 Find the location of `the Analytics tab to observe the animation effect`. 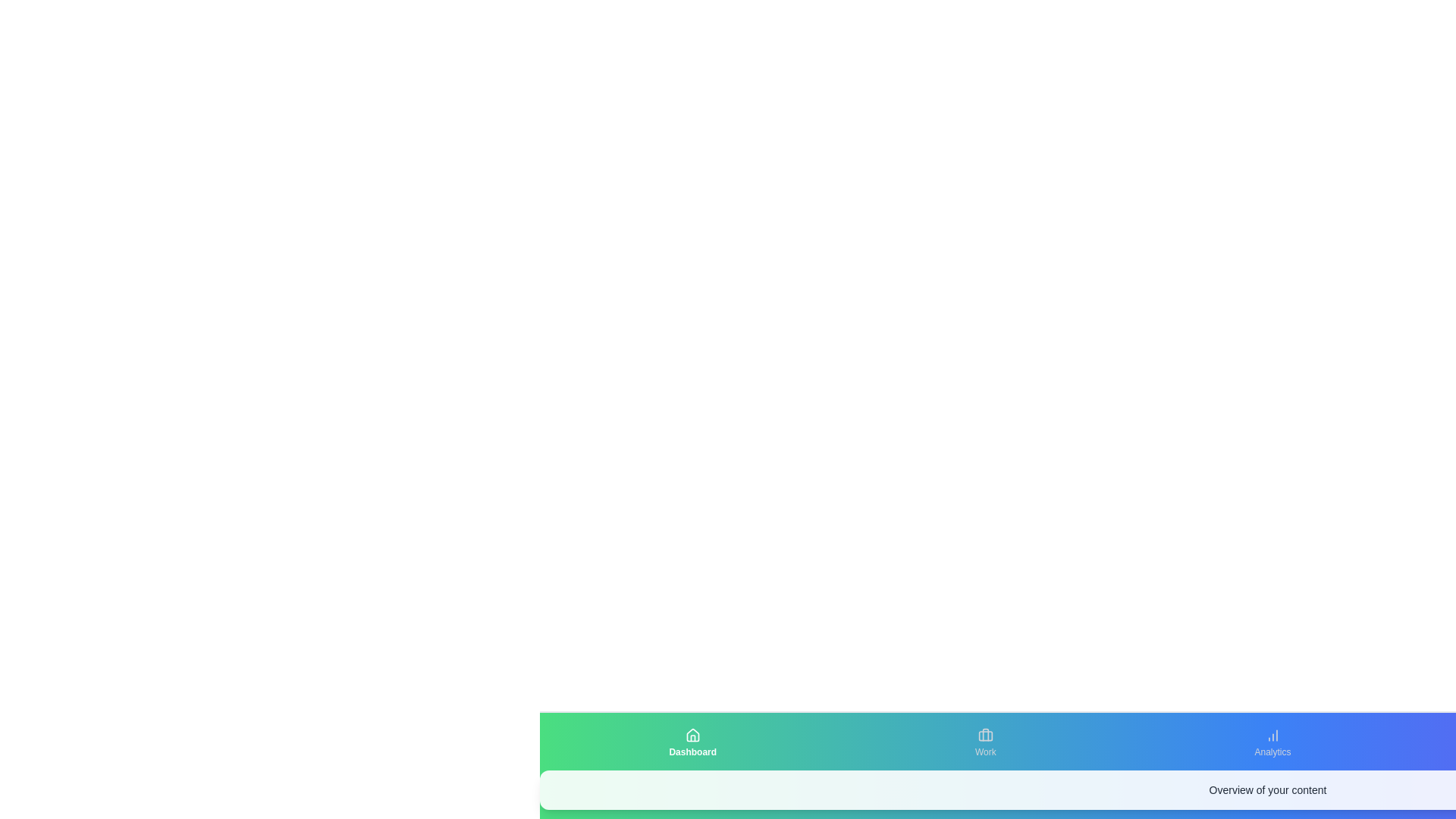

the Analytics tab to observe the animation effect is located at coordinates (1272, 742).